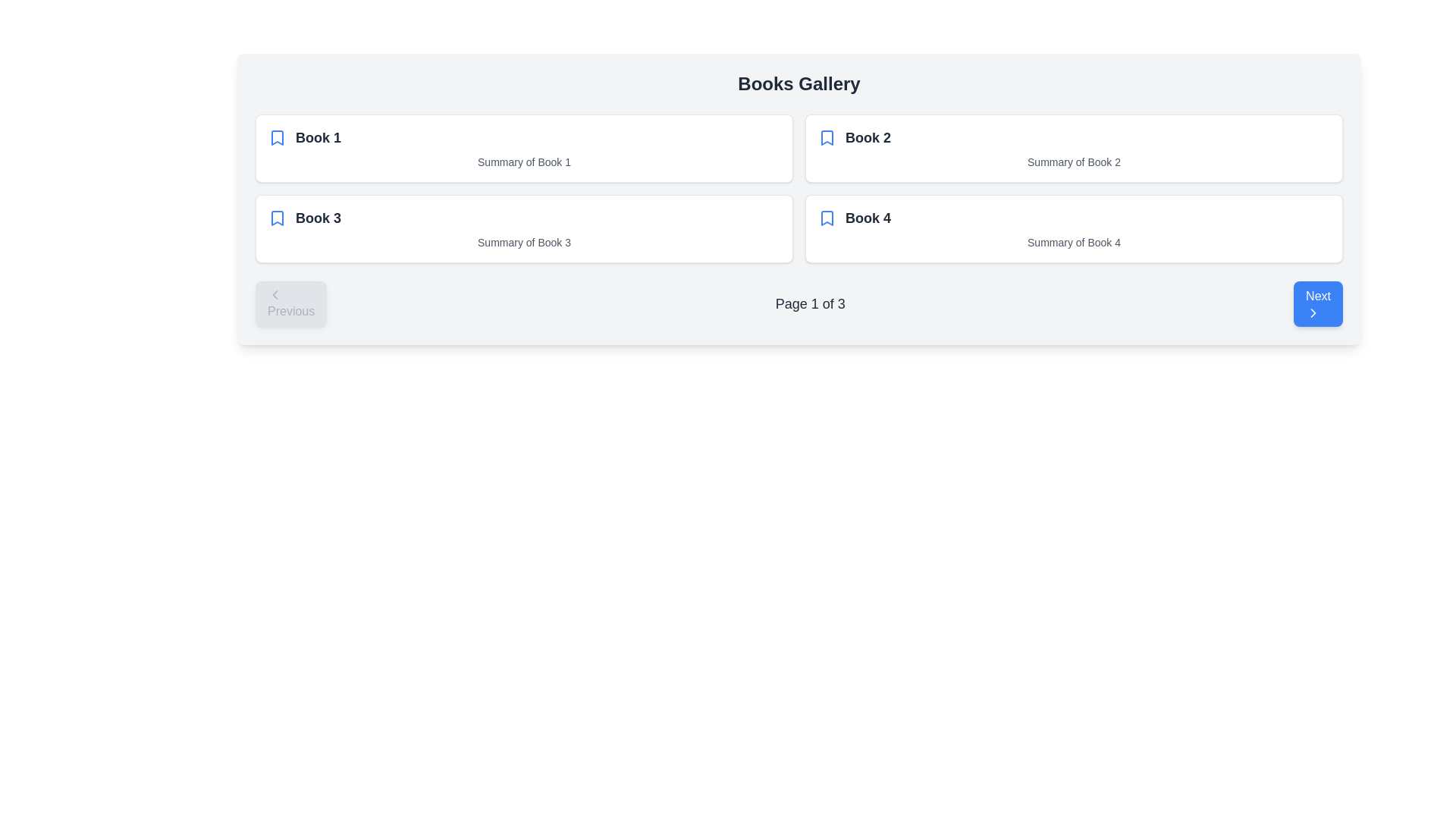 Image resolution: width=1456 pixels, height=819 pixels. I want to click on the Card element that provides information about 'Book 3', located in the first column and second row of a 2x2 grid layout, so click(524, 228).